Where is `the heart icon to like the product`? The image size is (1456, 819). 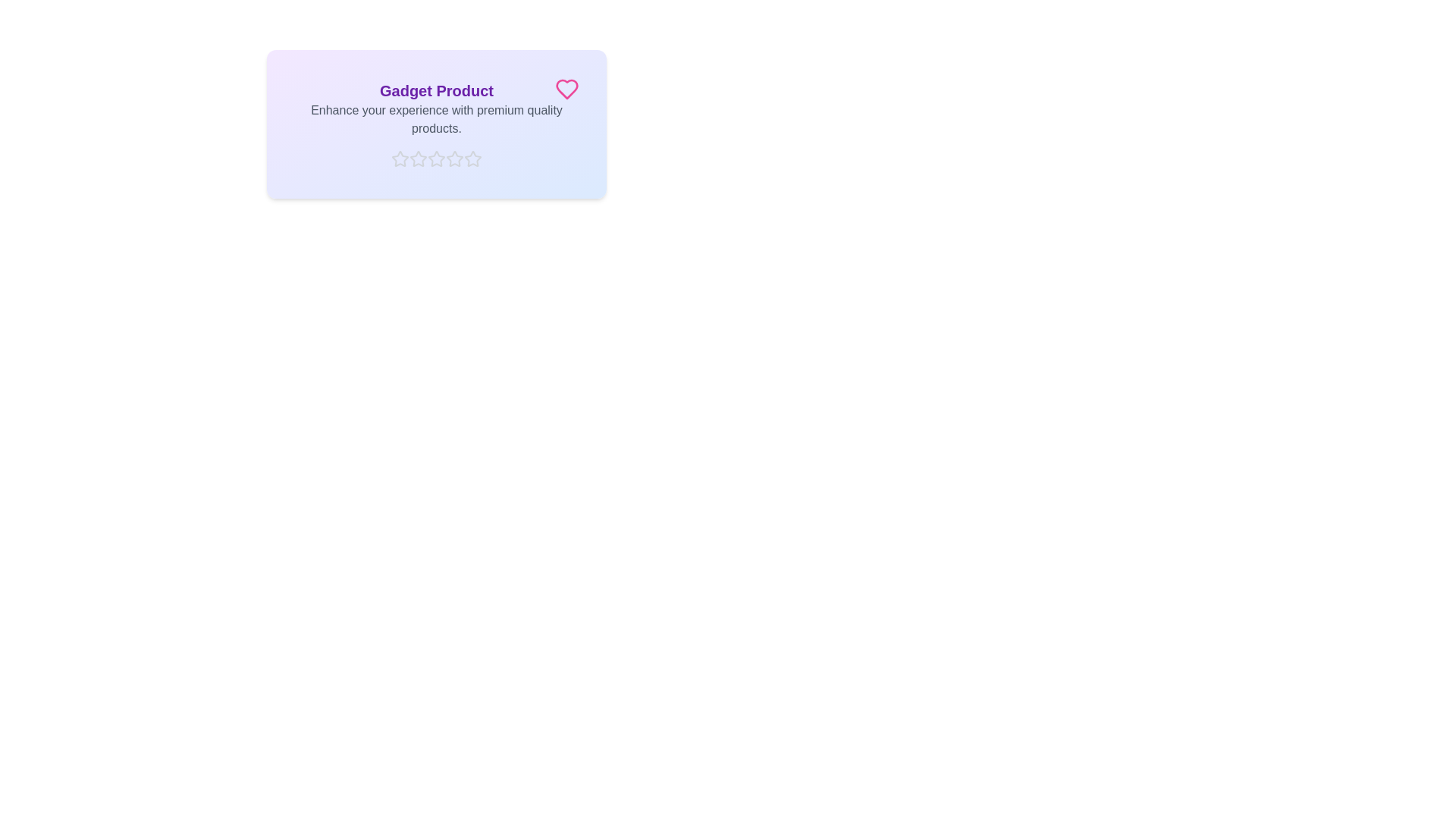 the heart icon to like the product is located at coordinates (566, 89).